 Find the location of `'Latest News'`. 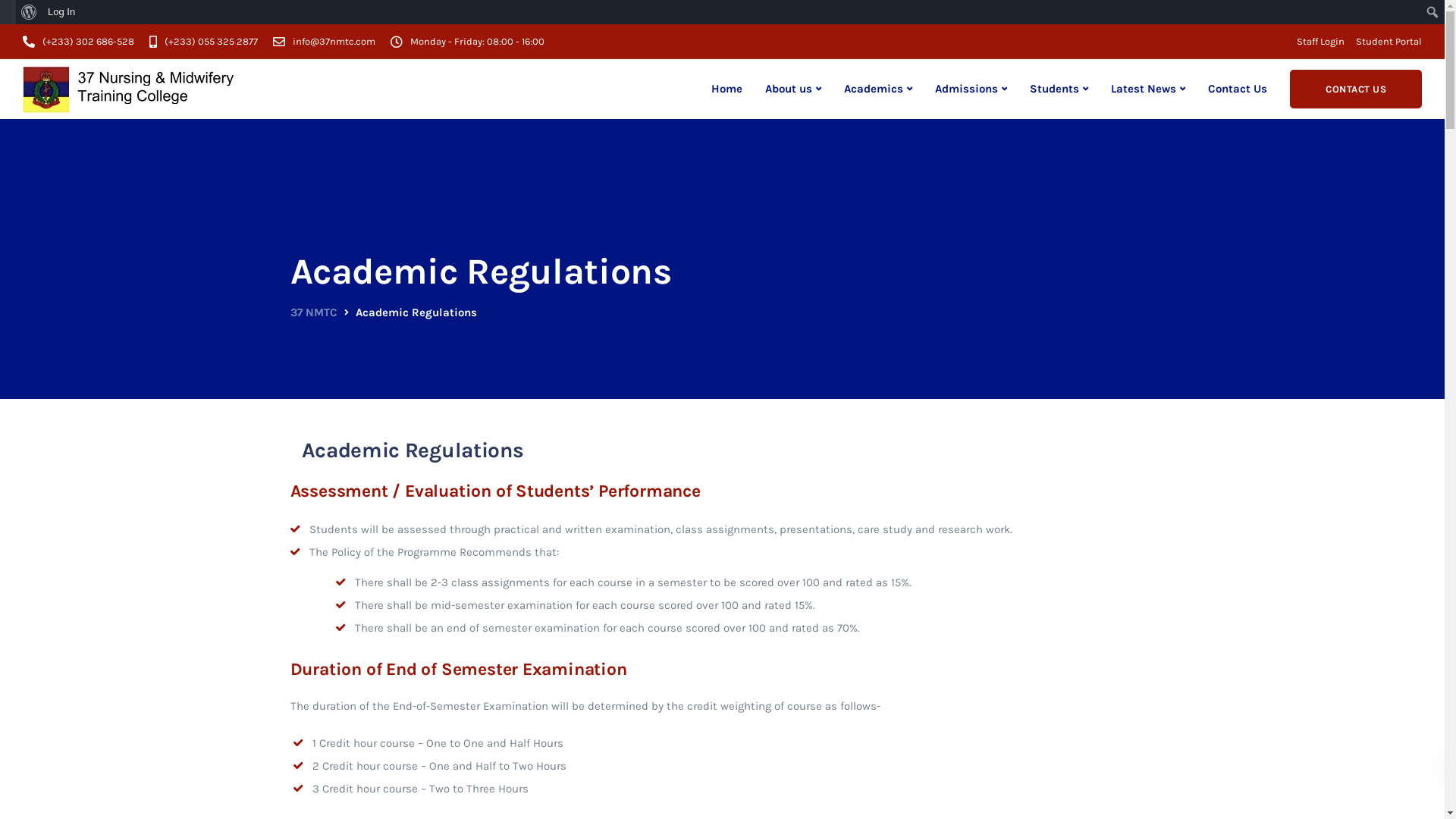

'Latest News' is located at coordinates (1147, 89).